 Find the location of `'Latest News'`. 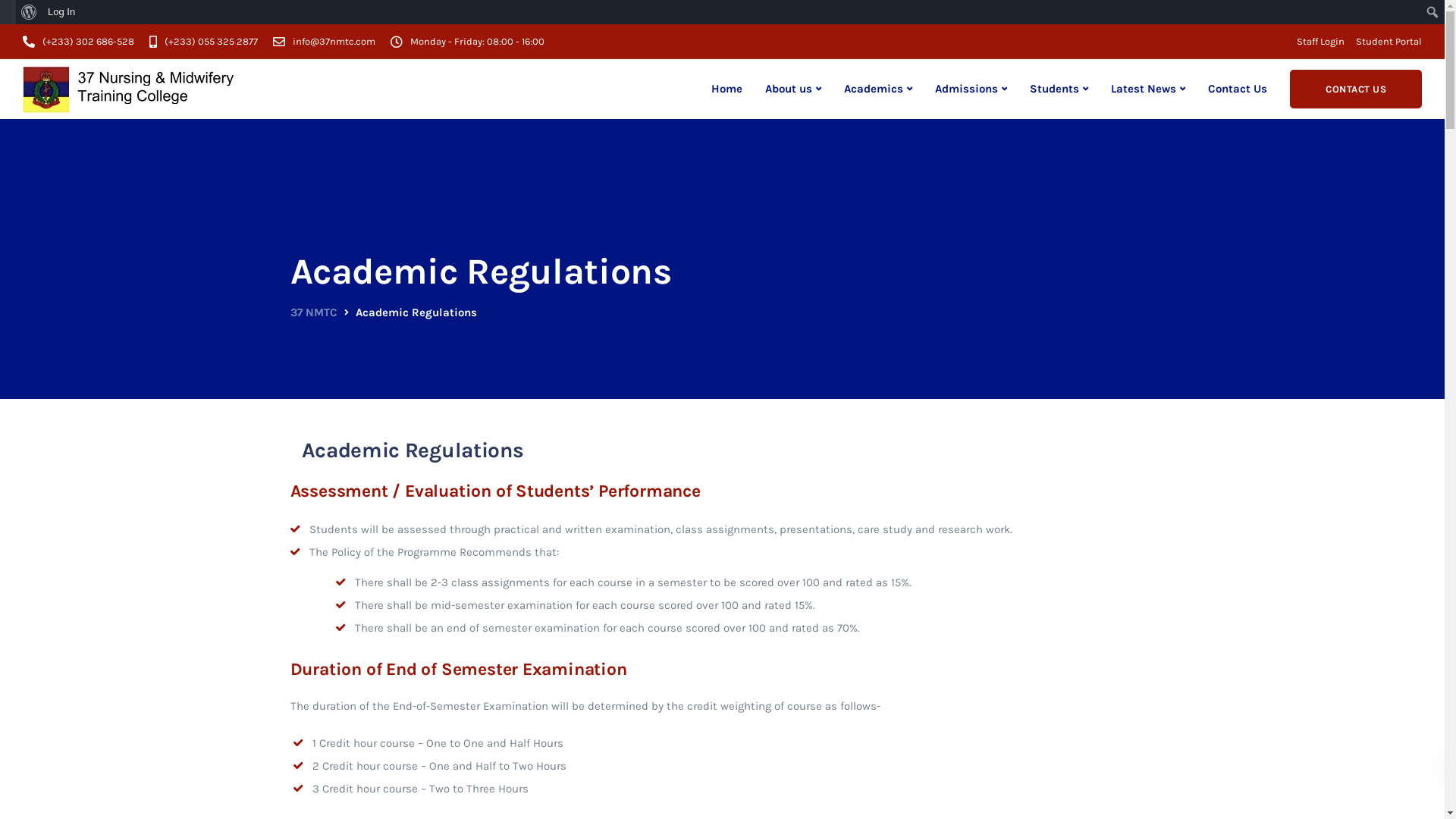

'Latest News' is located at coordinates (1147, 89).